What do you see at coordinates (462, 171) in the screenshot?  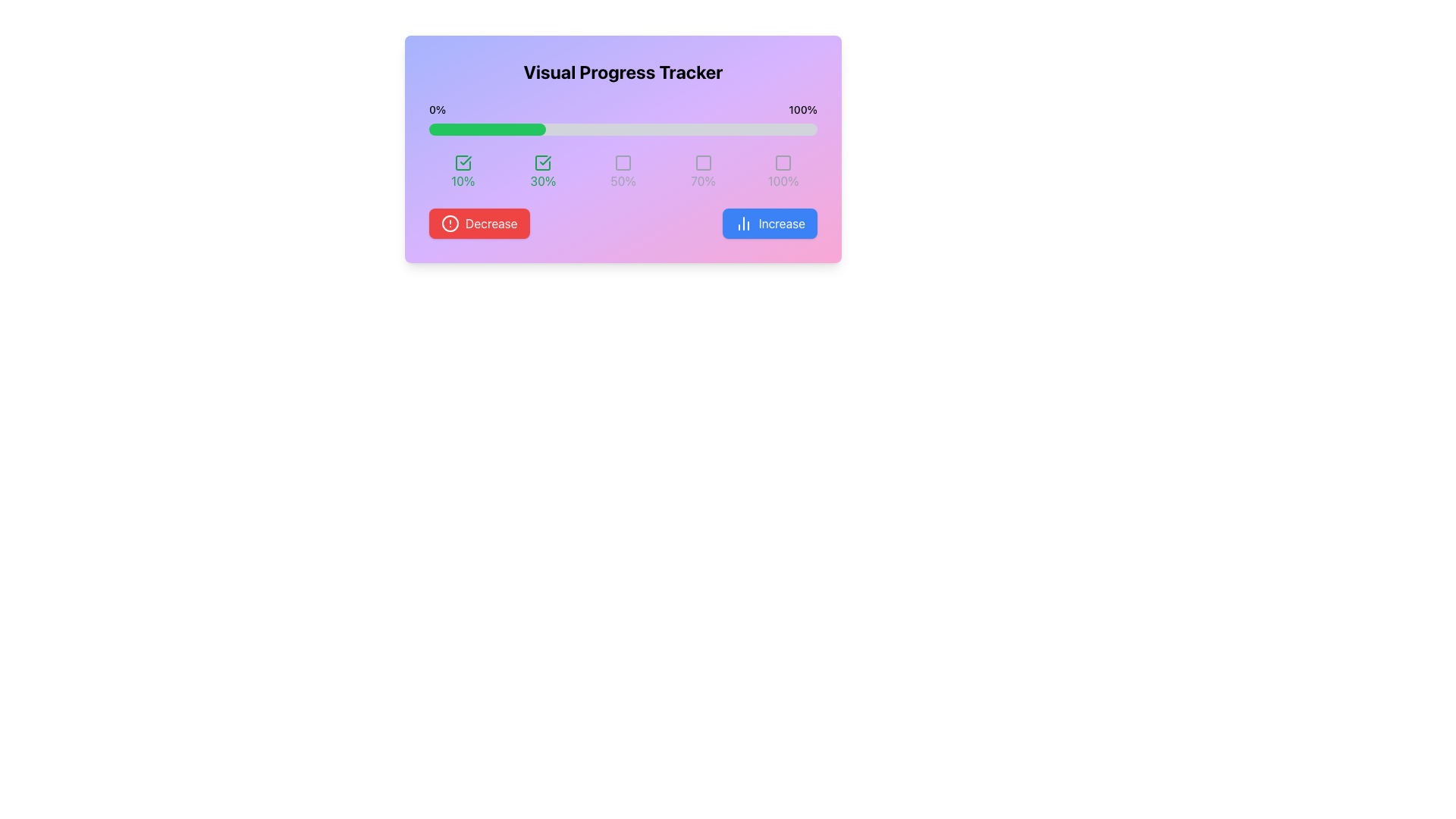 I see `percentage value from the first Progress Indicator, which shows 10% completion in a grid layout below the progress bar` at bounding box center [462, 171].